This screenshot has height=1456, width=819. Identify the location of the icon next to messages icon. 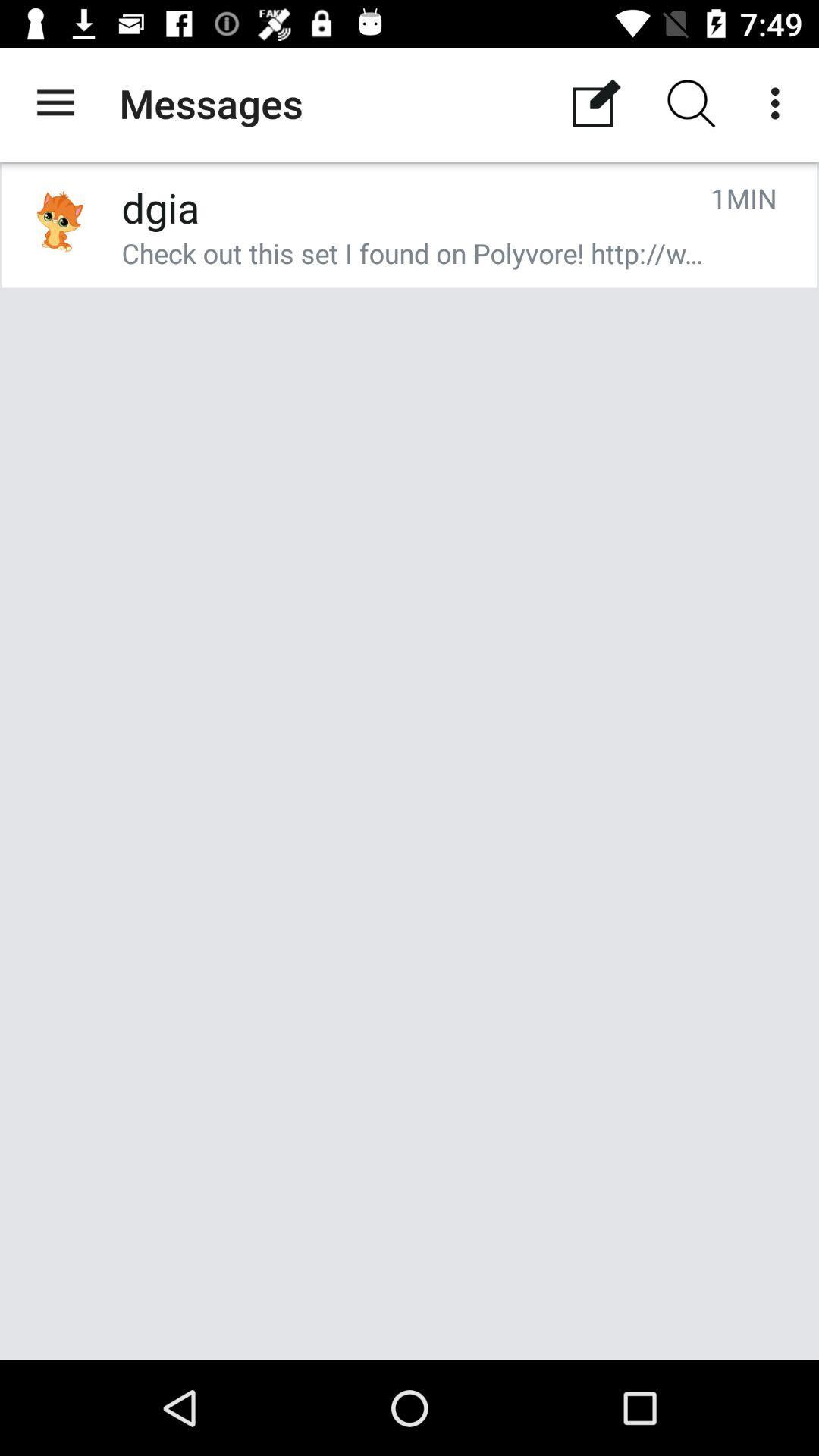
(55, 102).